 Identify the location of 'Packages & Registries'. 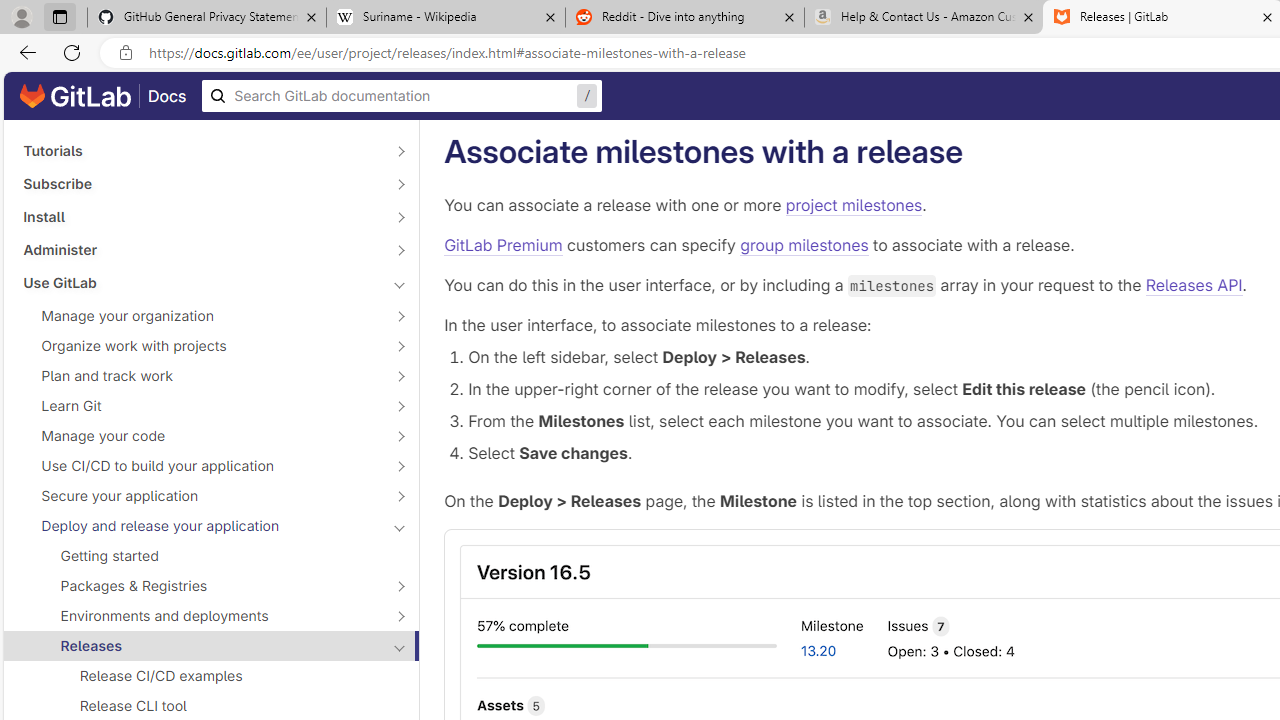
(200, 585).